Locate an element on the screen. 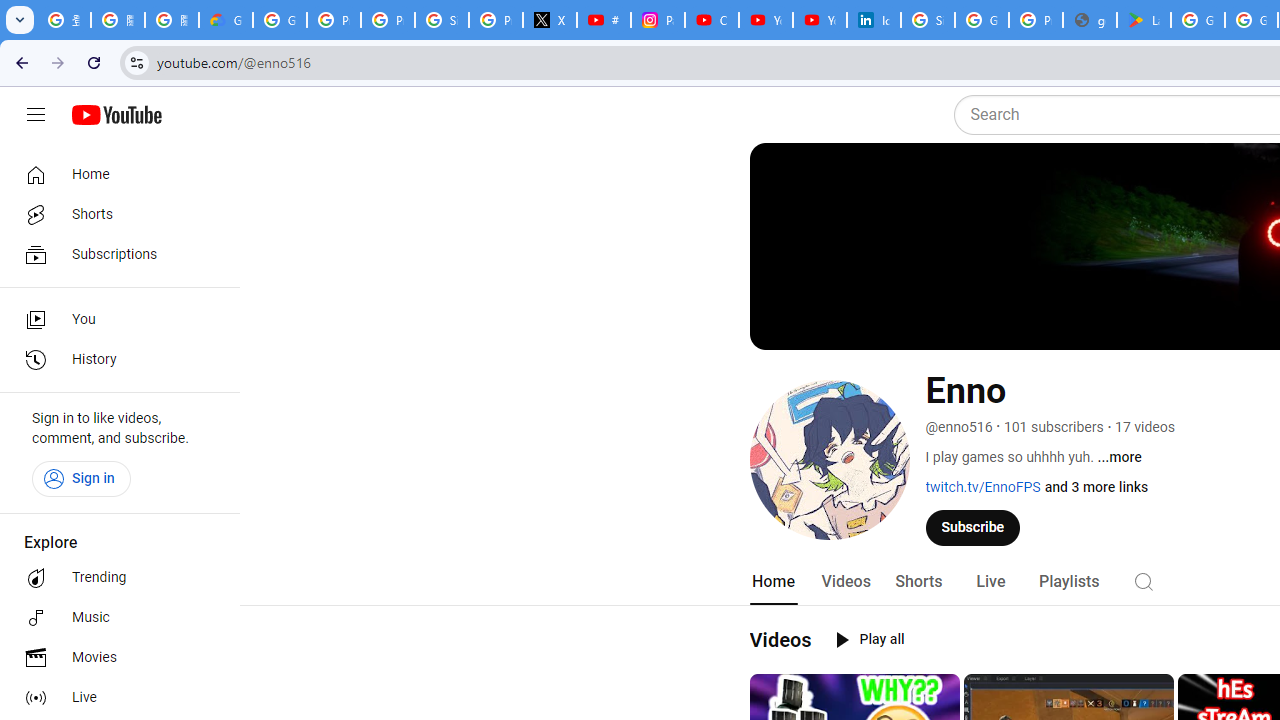  'YouTube Home' is located at coordinates (115, 115).